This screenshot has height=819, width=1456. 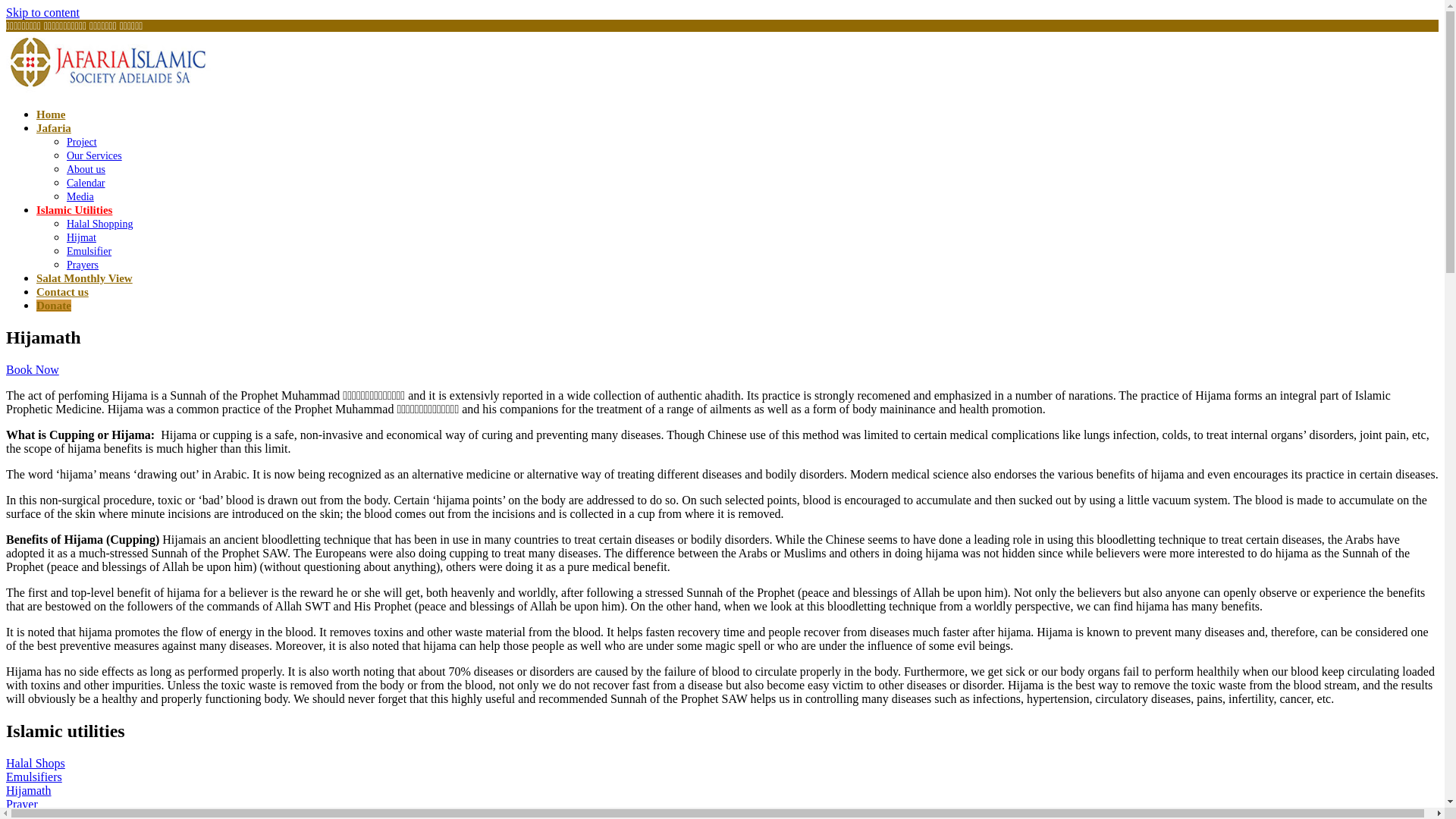 What do you see at coordinates (29, 789) in the screenshot?
I see `'Hijamath'` at bounding box center [29, 789].